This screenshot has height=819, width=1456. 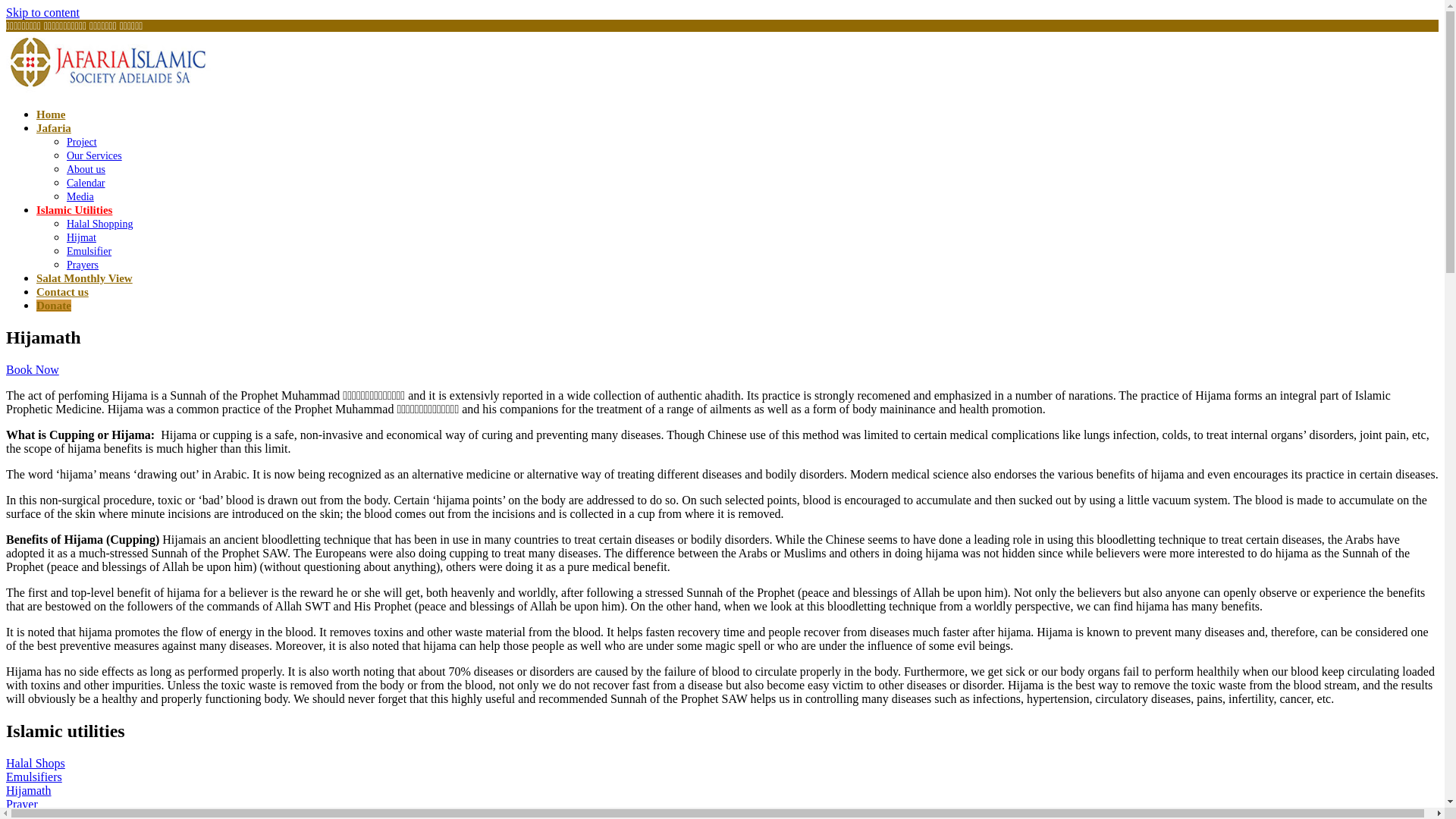 What do you see at coordinates (29, 789) in the screenshot?
I see `'Hijamath'` at bounding box center [29, 789].